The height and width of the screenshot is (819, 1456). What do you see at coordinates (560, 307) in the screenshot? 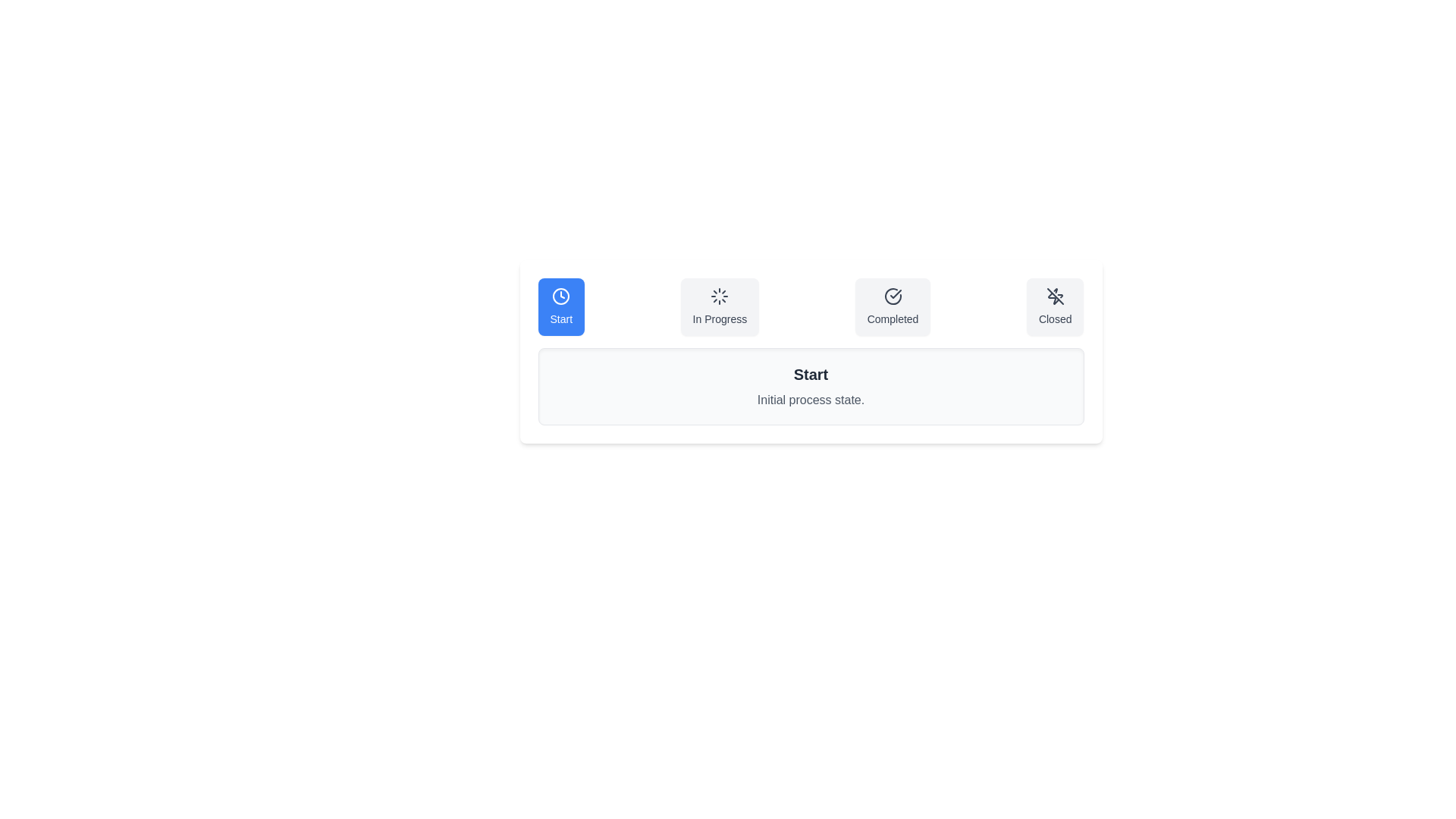
I see `the Start tab to select it` at bounding box center [560, 307].